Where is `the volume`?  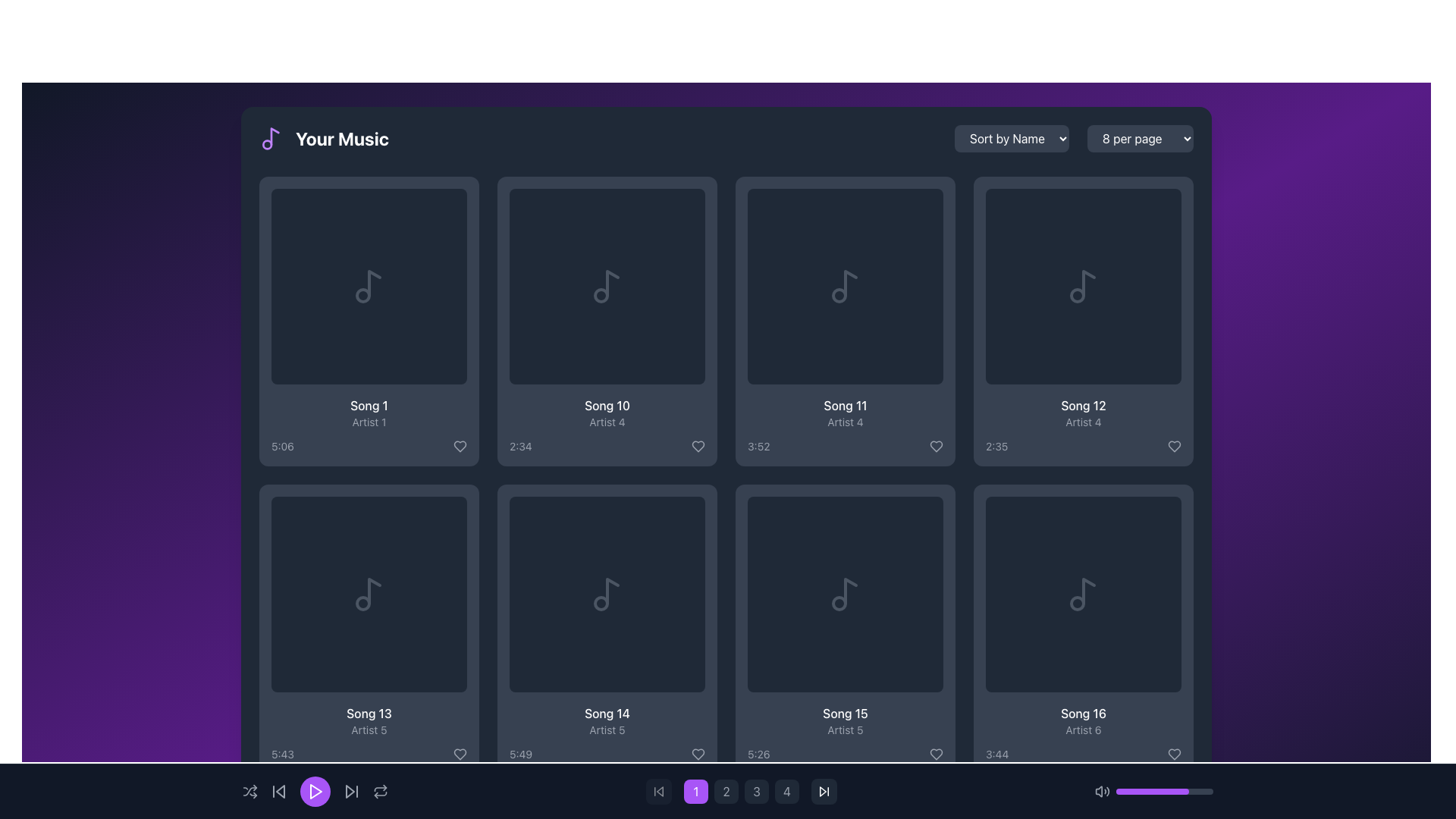 the volume is located at coordinates (1122, 791).